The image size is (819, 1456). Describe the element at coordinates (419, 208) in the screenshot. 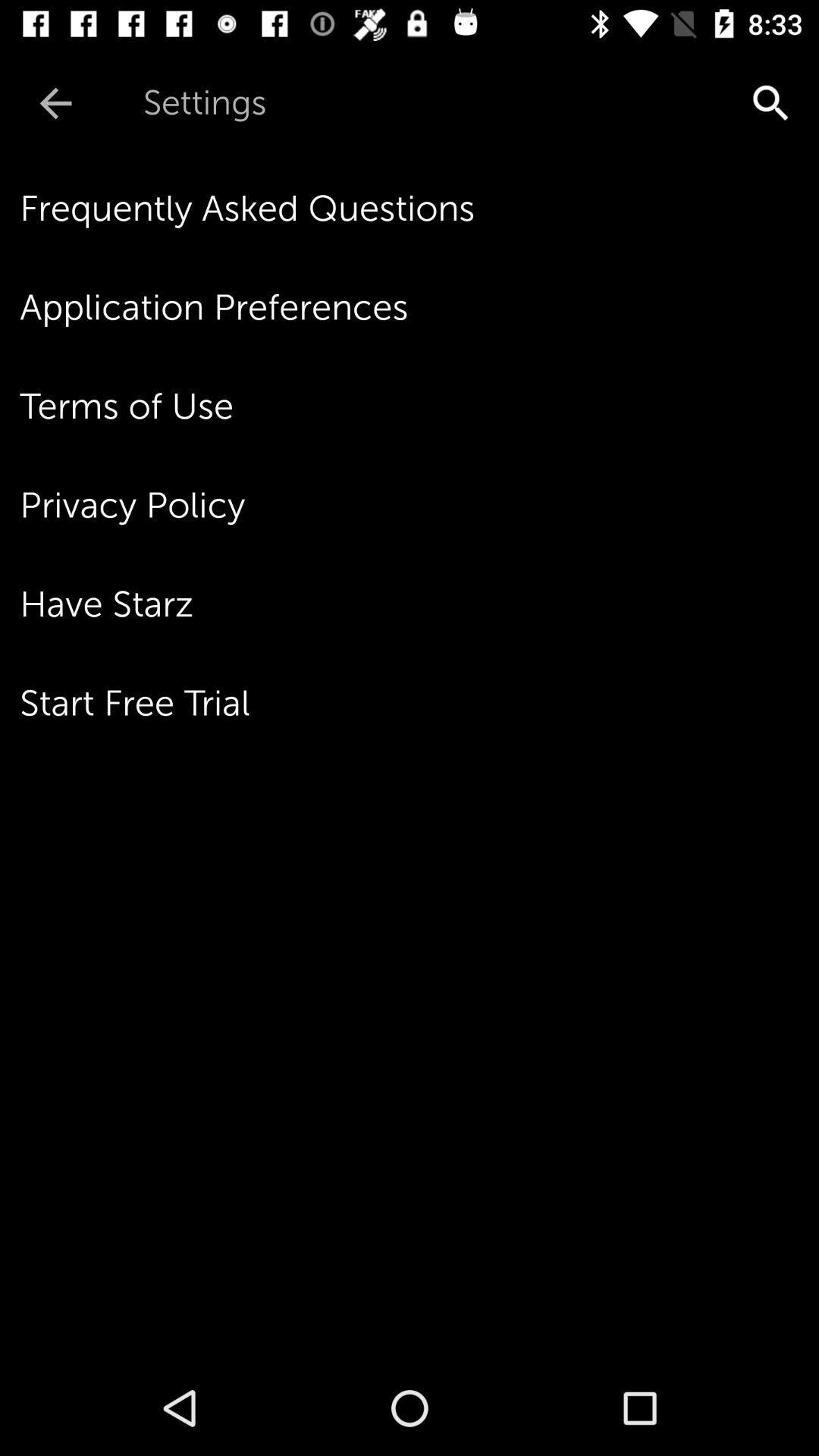

I see `the frequently asked questions` at that location.